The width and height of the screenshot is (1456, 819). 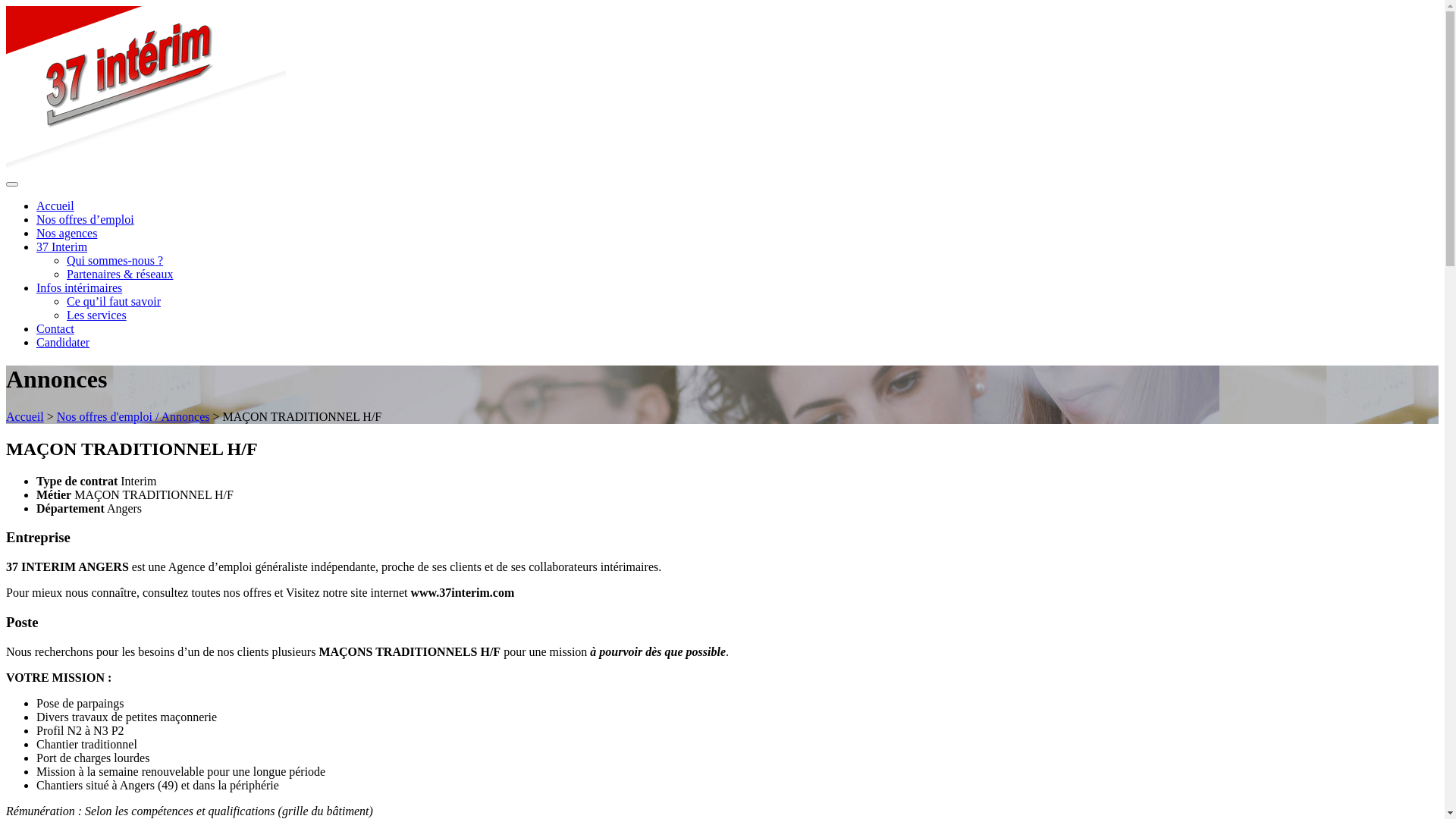 What do you see at coordinates (65, 233) in the screenshot?
I see `'Nos agences'` at bounding box center [65, 233].